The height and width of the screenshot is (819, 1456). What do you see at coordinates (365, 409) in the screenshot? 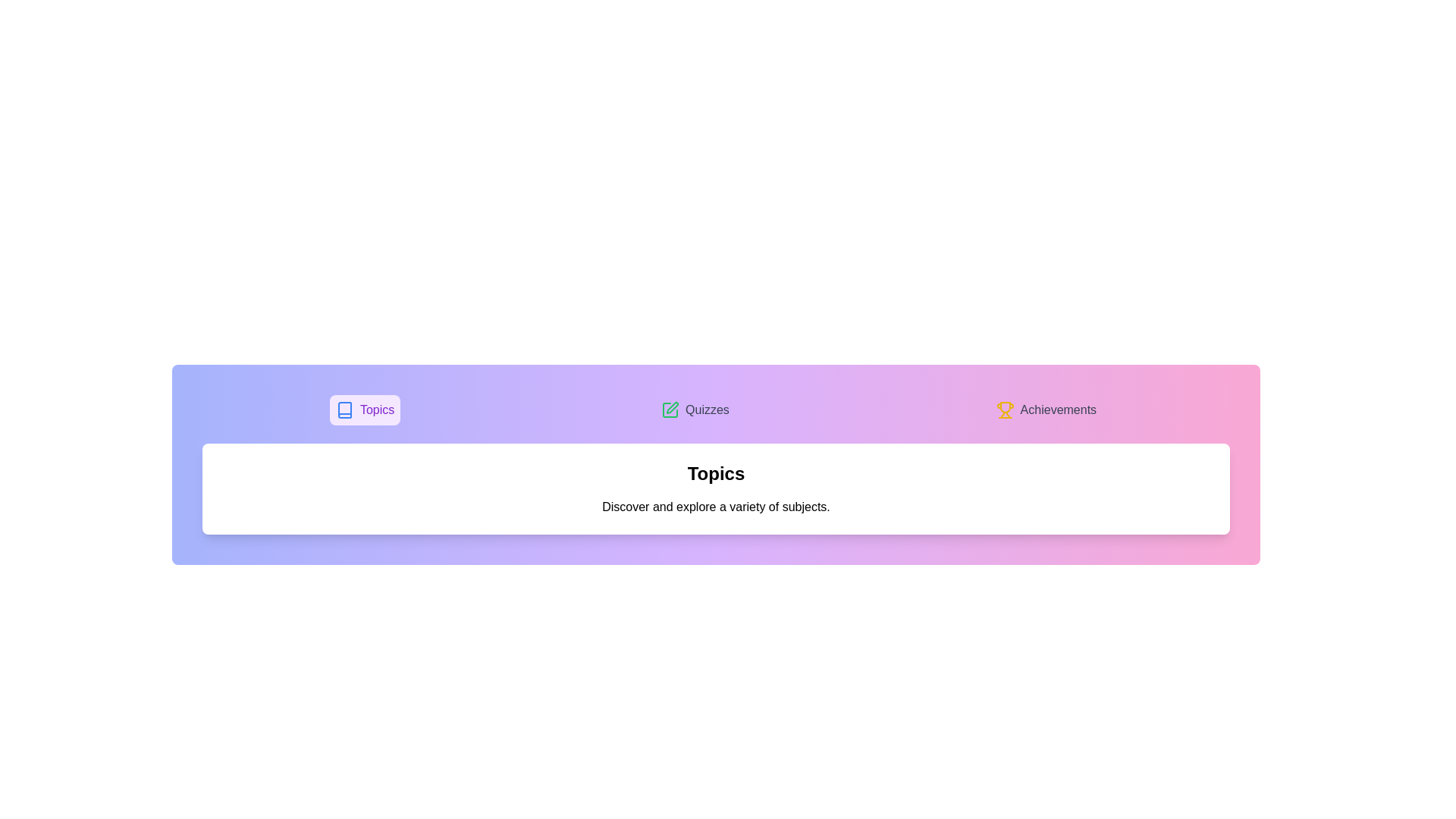
I see `the Topics tab to switch the active content view` at bounding box center [365, 409].